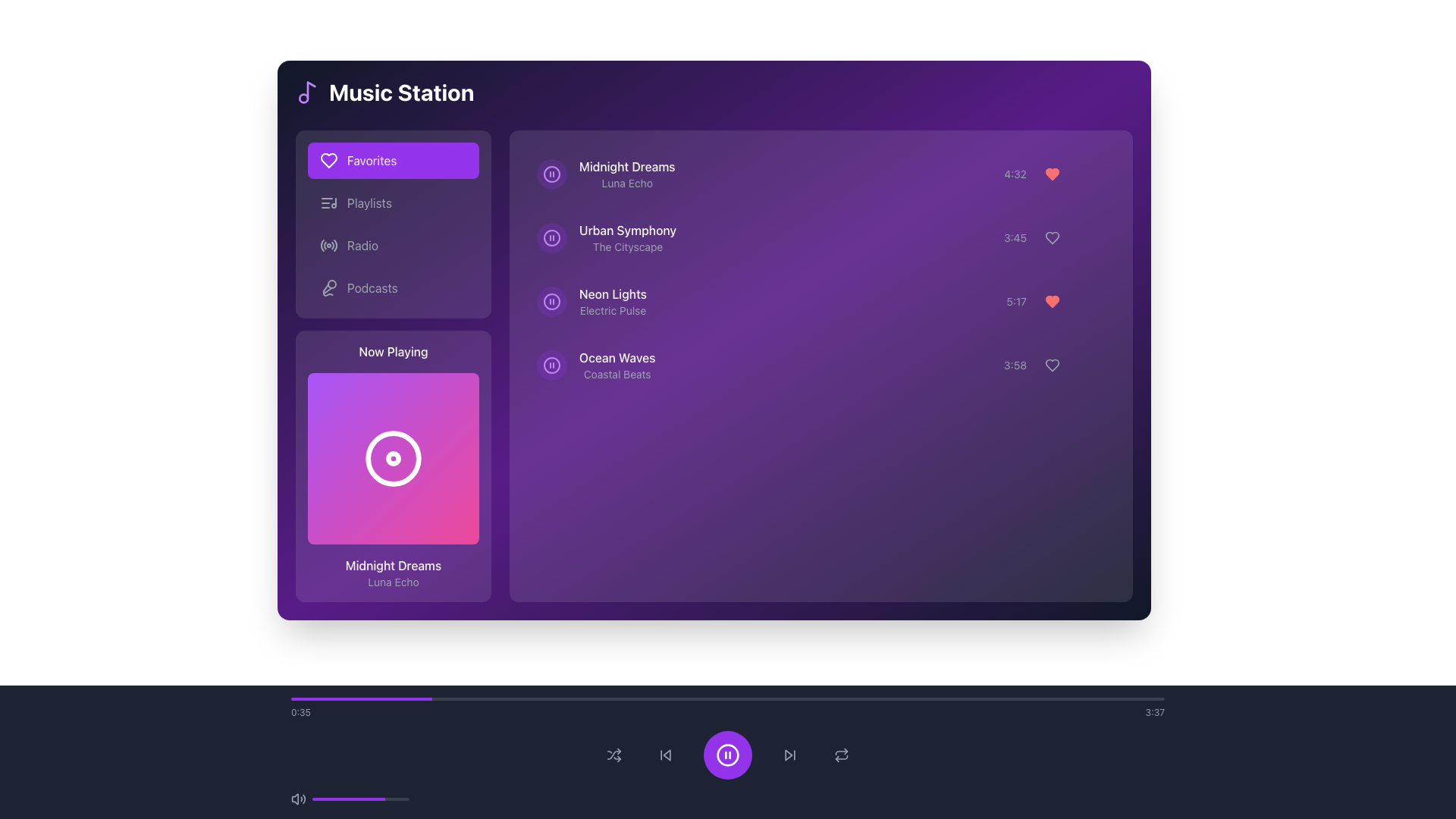  I want to click on the small circular dot located at the center of the spinning disc icon in the 'Now Playing' section of the interface, so click(393, 458).